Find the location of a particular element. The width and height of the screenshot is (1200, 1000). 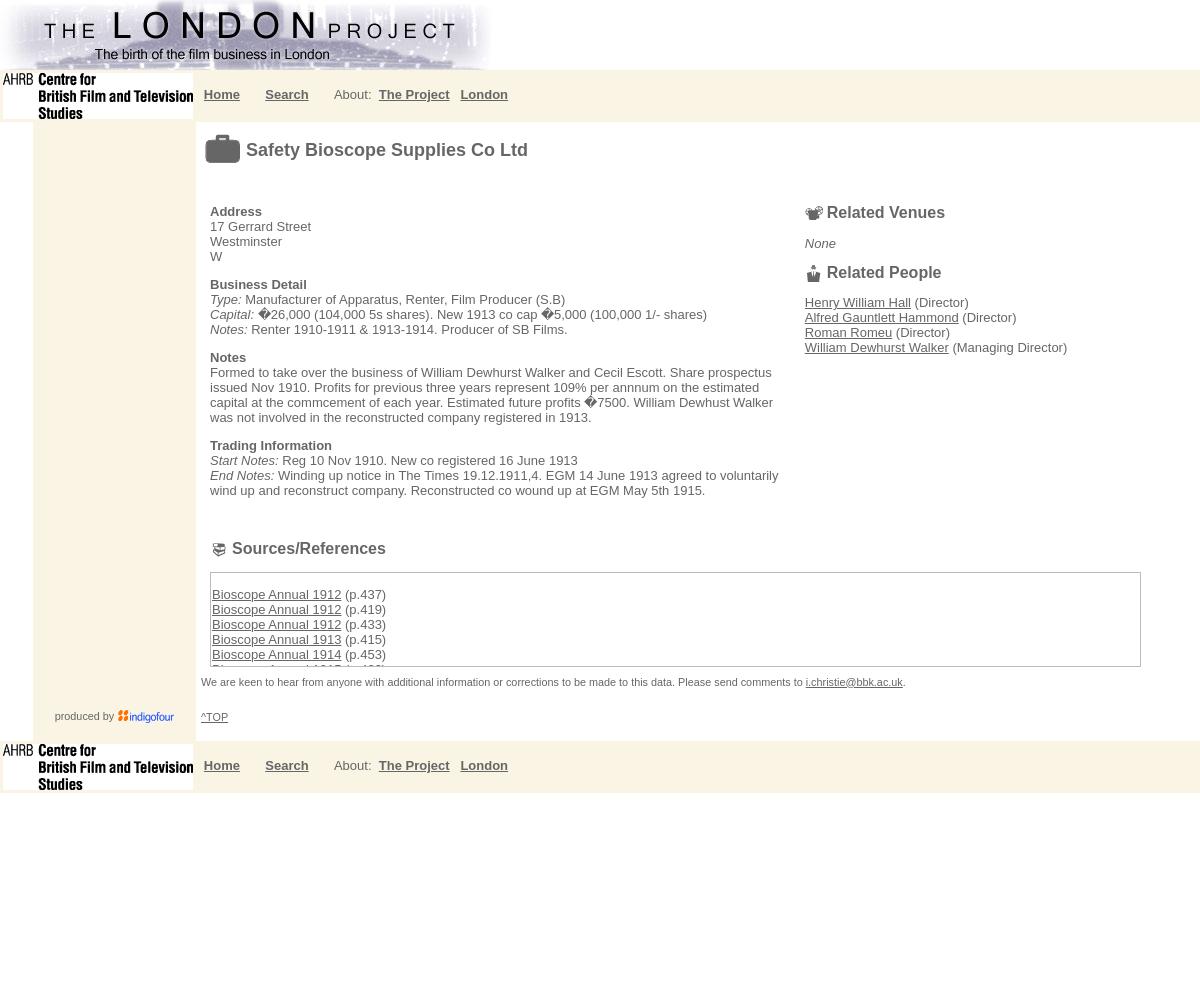

'(p.429)' is located at coordinates (363, 668).